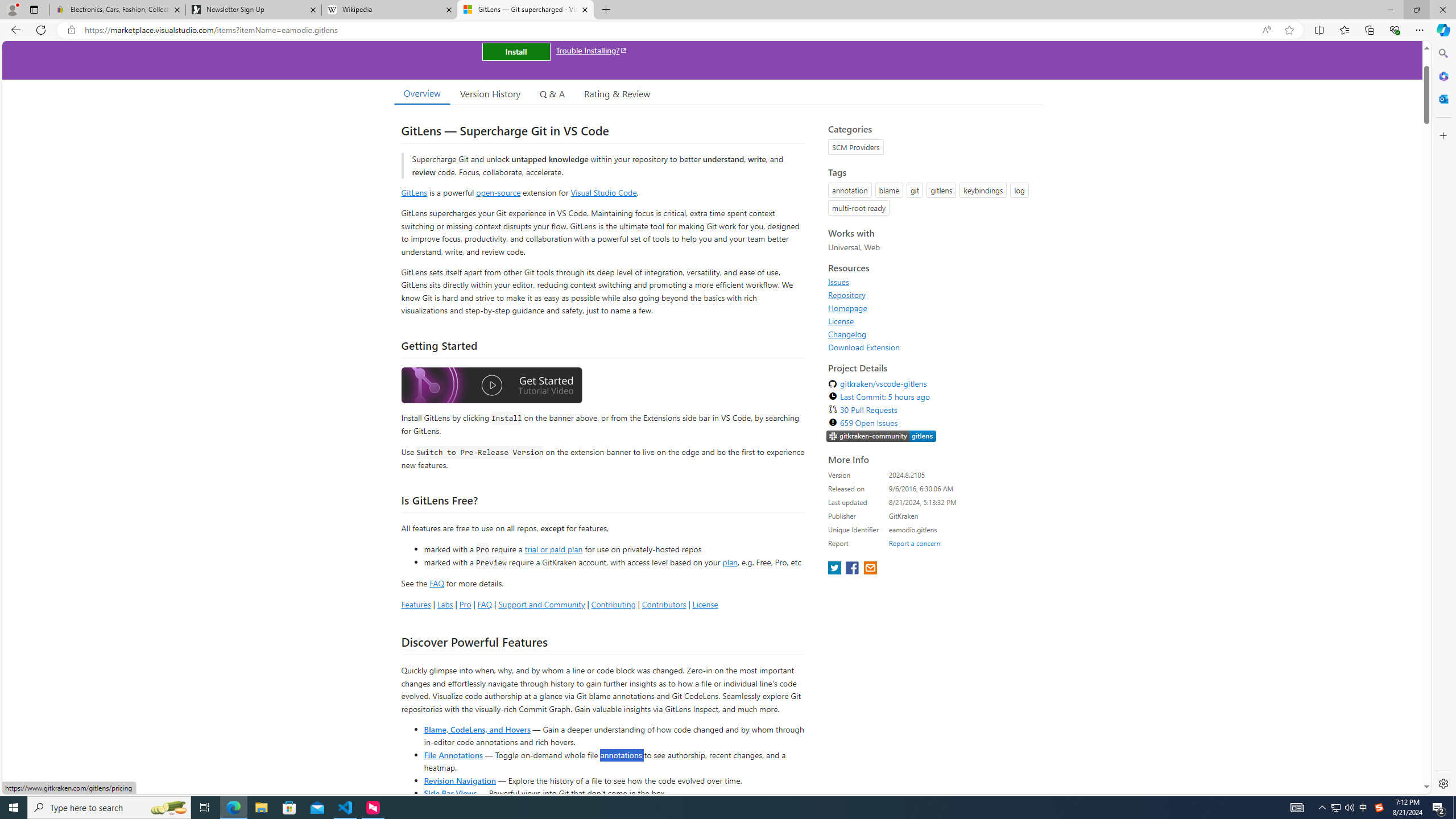 The height and width of the screenshot is (819, 1456). Describe the element at coordinates (449, 792) in the screenshot. I see `'Side Bar Views'` at that location.